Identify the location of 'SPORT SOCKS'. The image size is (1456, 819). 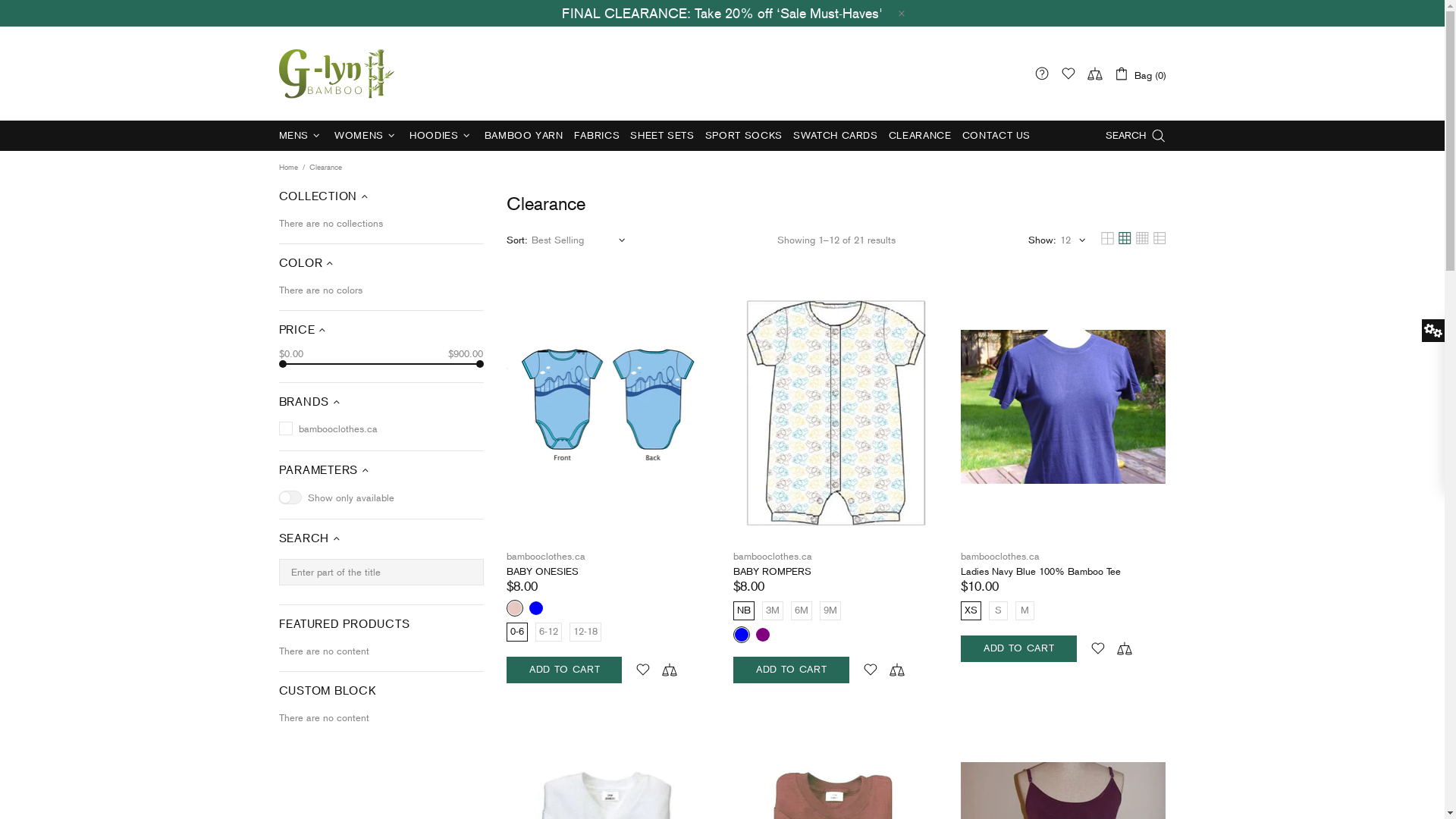
(743, 134).